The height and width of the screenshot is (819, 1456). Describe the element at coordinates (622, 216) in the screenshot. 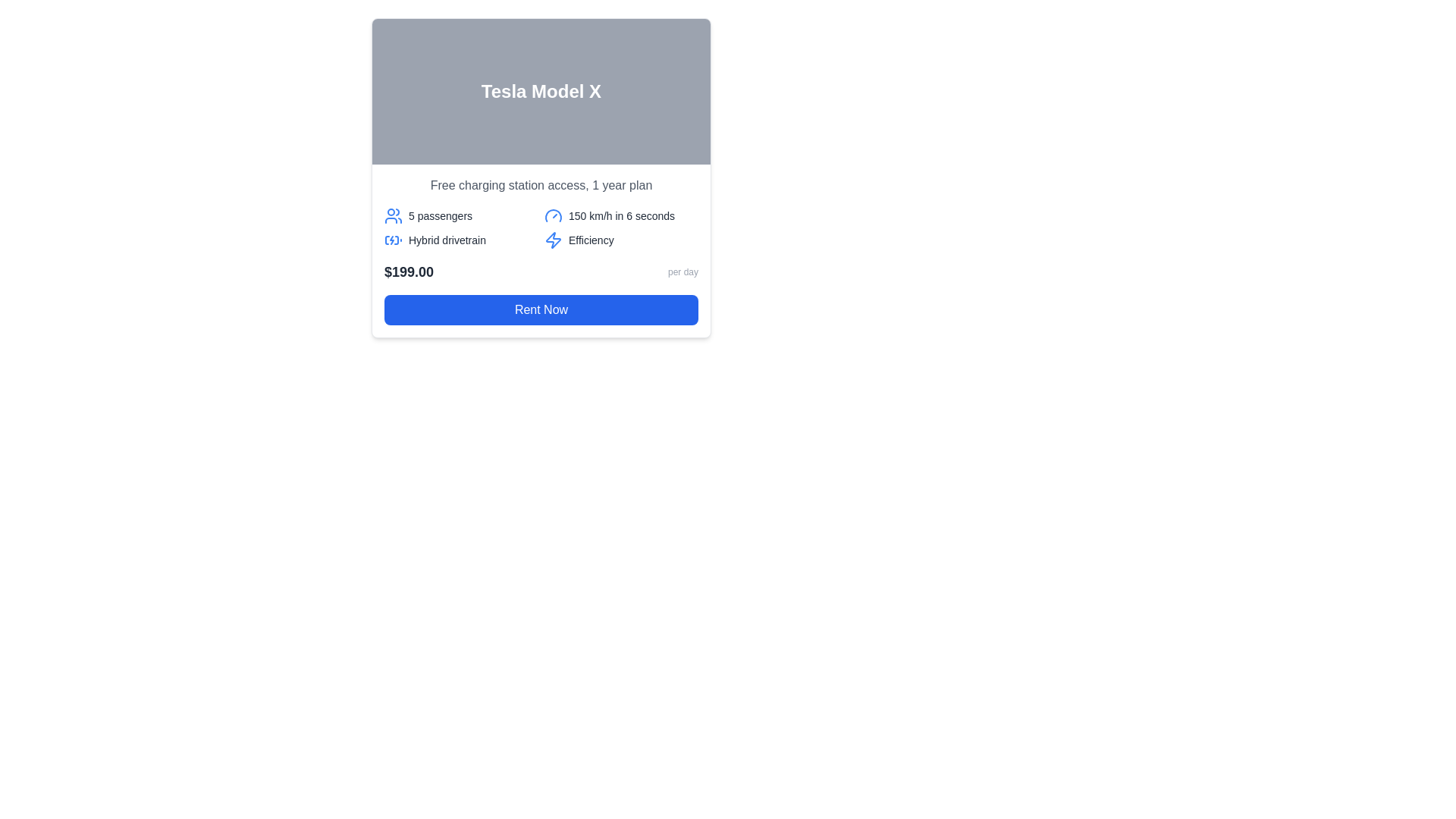

I see `the text element that provides performance-related information about the vehicle's acceleration capability, located in the central-right portion of the card next to a blue circular gauge icon` at that location.